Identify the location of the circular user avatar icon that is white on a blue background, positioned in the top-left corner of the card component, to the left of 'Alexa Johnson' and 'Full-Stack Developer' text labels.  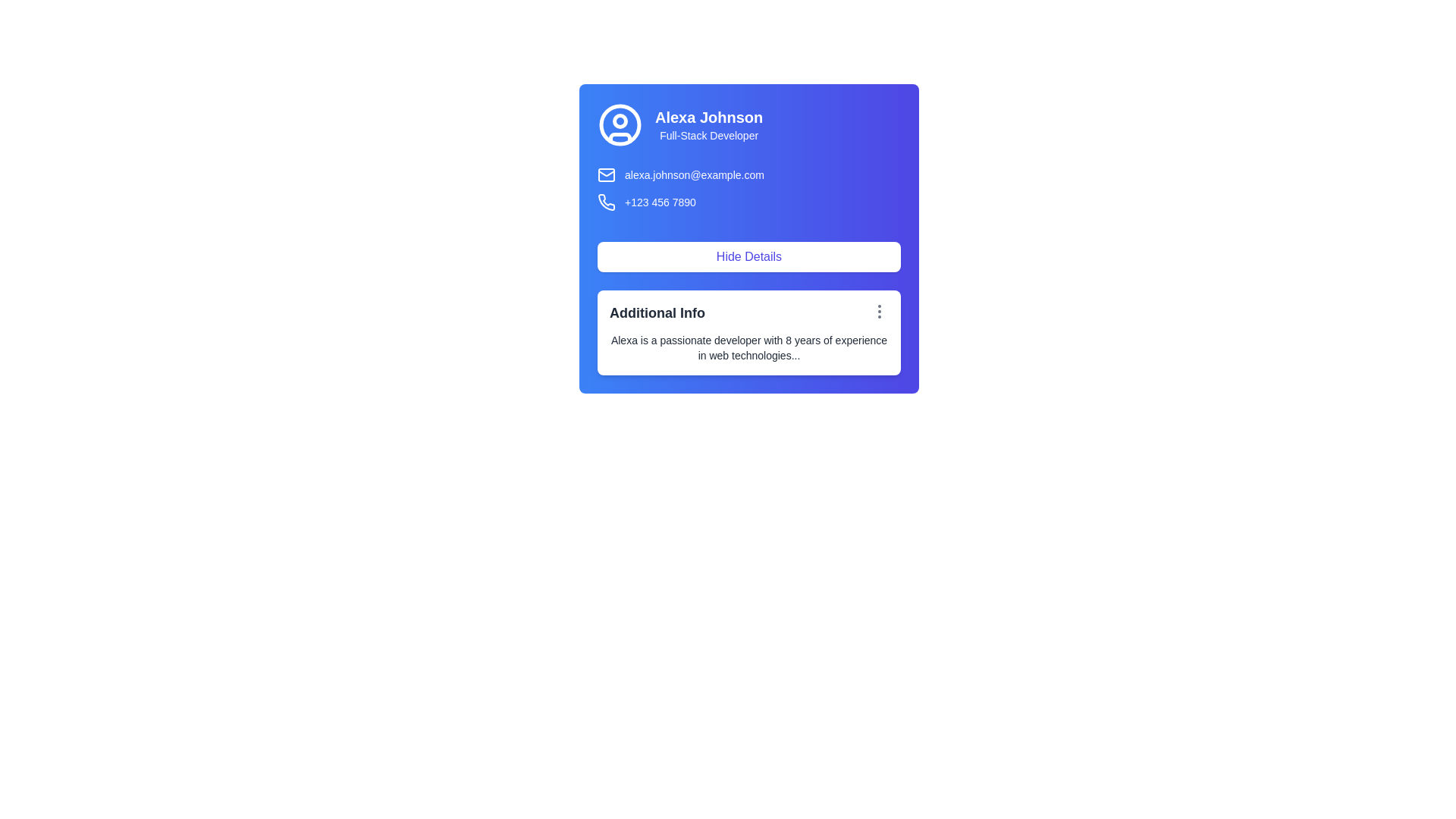
(620, 124).